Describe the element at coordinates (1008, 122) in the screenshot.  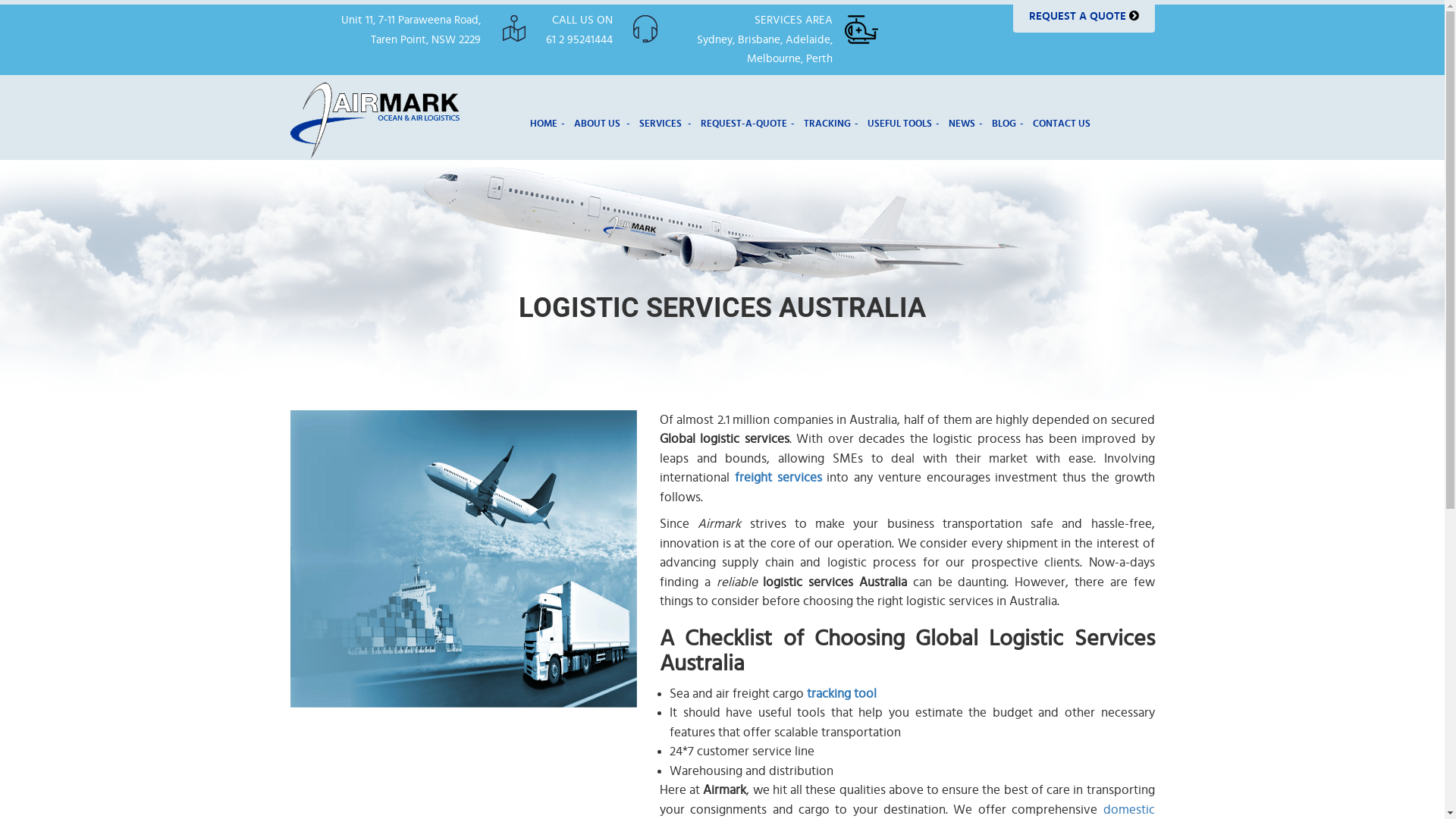
I see `'BLOG'` at that location.